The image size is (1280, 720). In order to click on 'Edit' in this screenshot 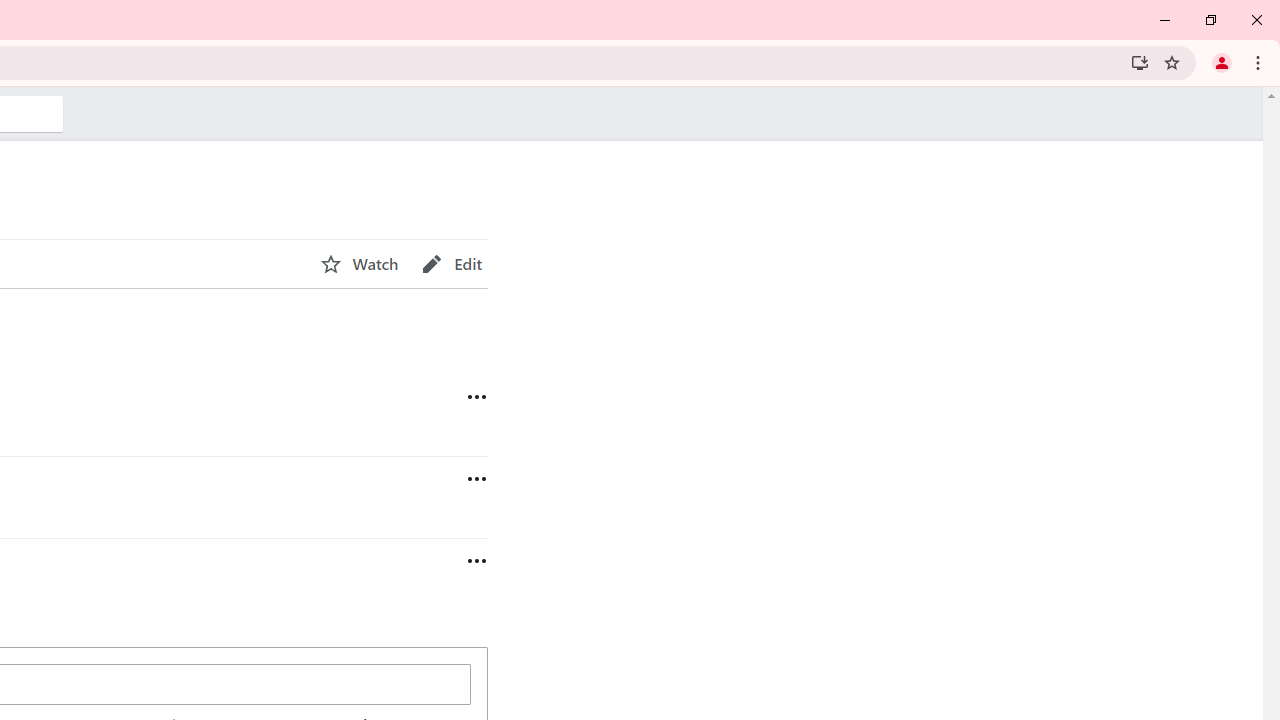, I will do `click(451, 263)`.